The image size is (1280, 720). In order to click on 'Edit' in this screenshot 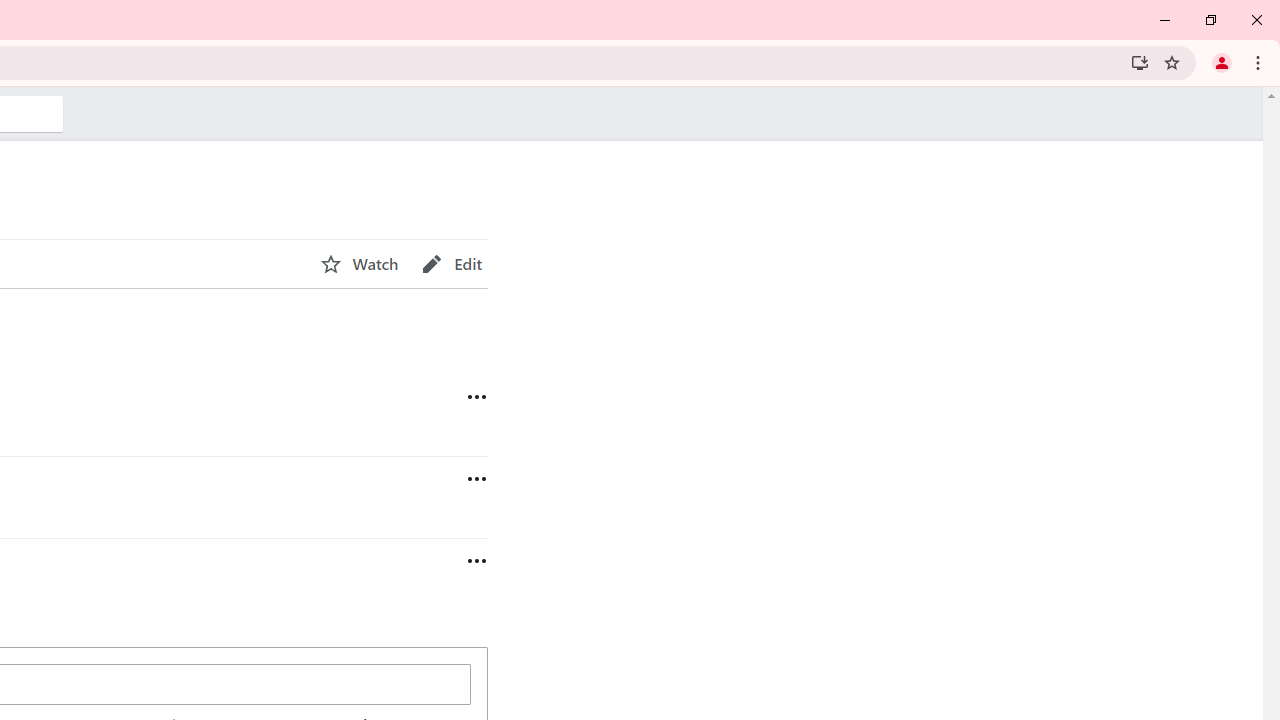, I will do `click(451, 263)`.